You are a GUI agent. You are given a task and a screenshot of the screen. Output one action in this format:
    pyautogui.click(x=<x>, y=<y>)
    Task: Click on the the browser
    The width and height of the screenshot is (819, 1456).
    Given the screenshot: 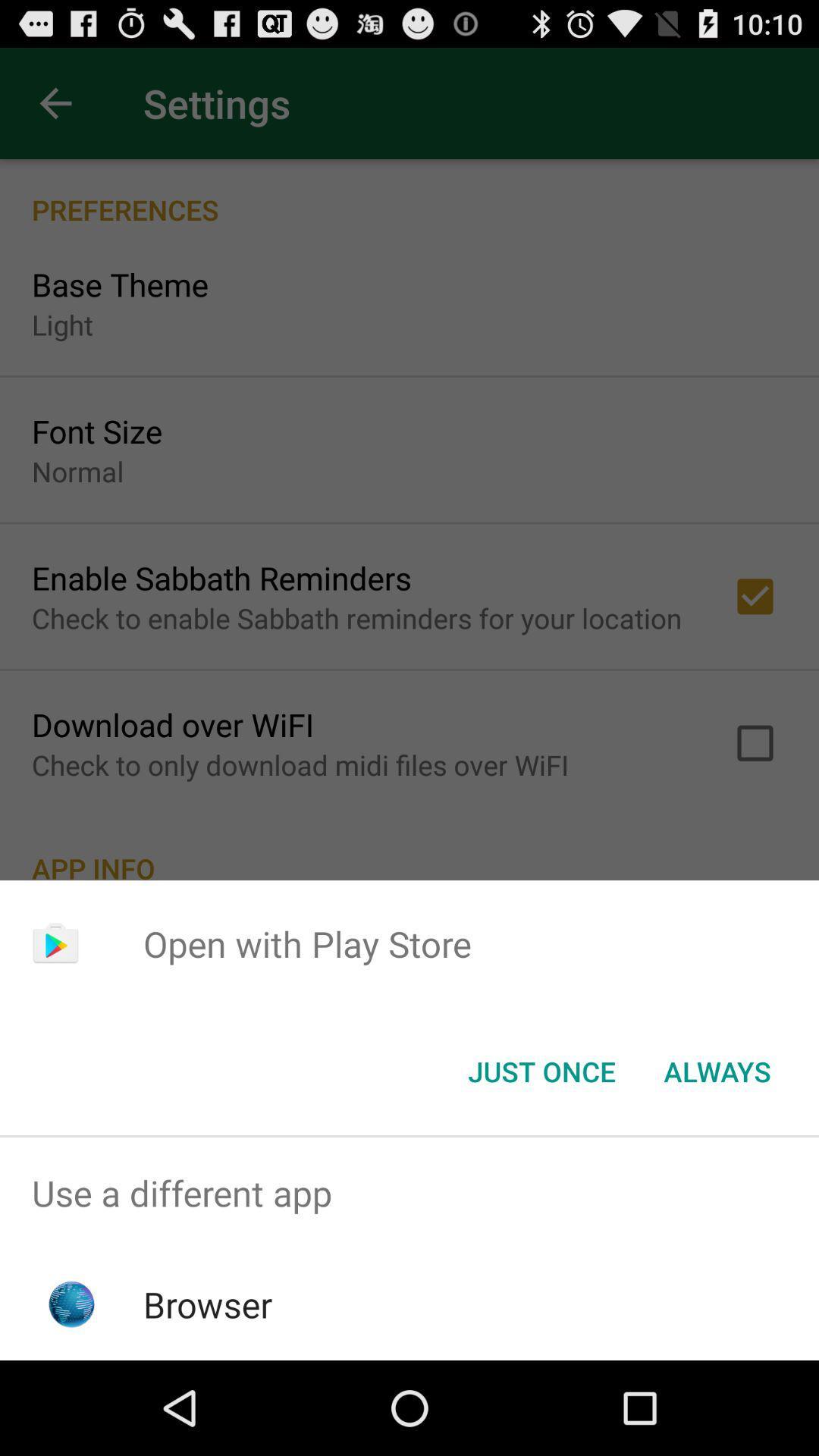 What is the action you would take?
    pyautogui.click(x=208, y=1304)
    